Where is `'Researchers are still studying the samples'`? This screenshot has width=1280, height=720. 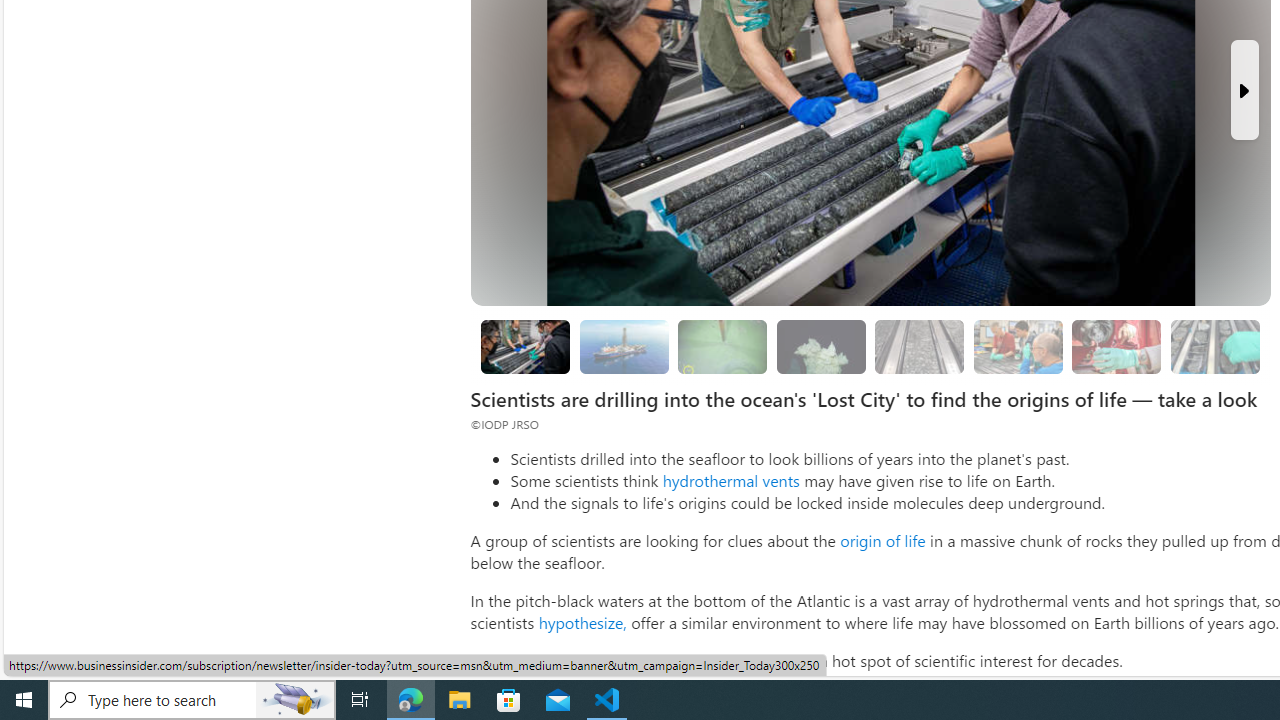 'Researchers are still studying the samples' is located at coordinates (1213, 345).